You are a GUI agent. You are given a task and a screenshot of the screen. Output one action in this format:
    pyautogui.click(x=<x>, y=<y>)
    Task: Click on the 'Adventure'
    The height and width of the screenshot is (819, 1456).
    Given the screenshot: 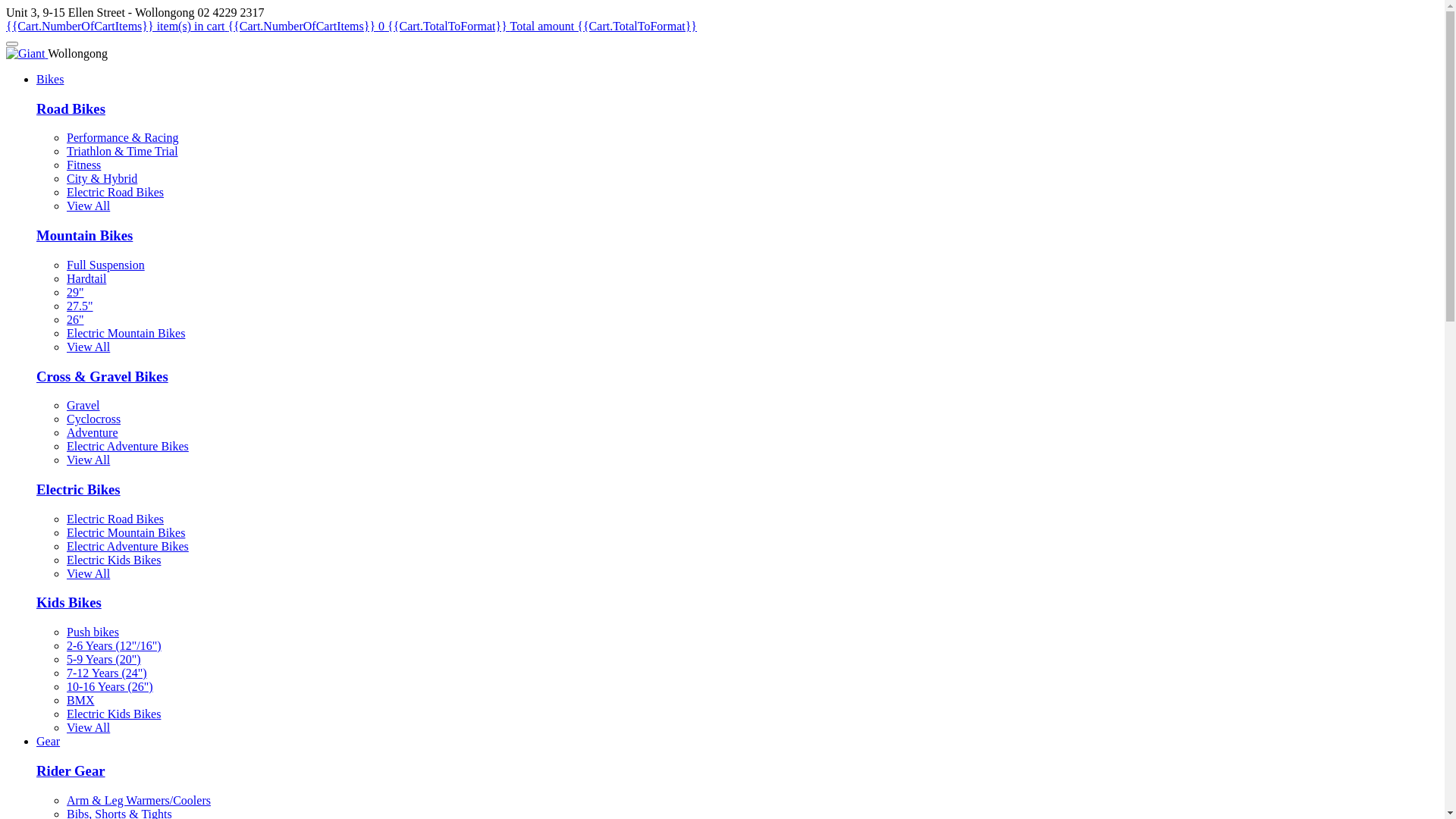 What is the action you would take?
    pyautogui.click(x=65, y=432)
    